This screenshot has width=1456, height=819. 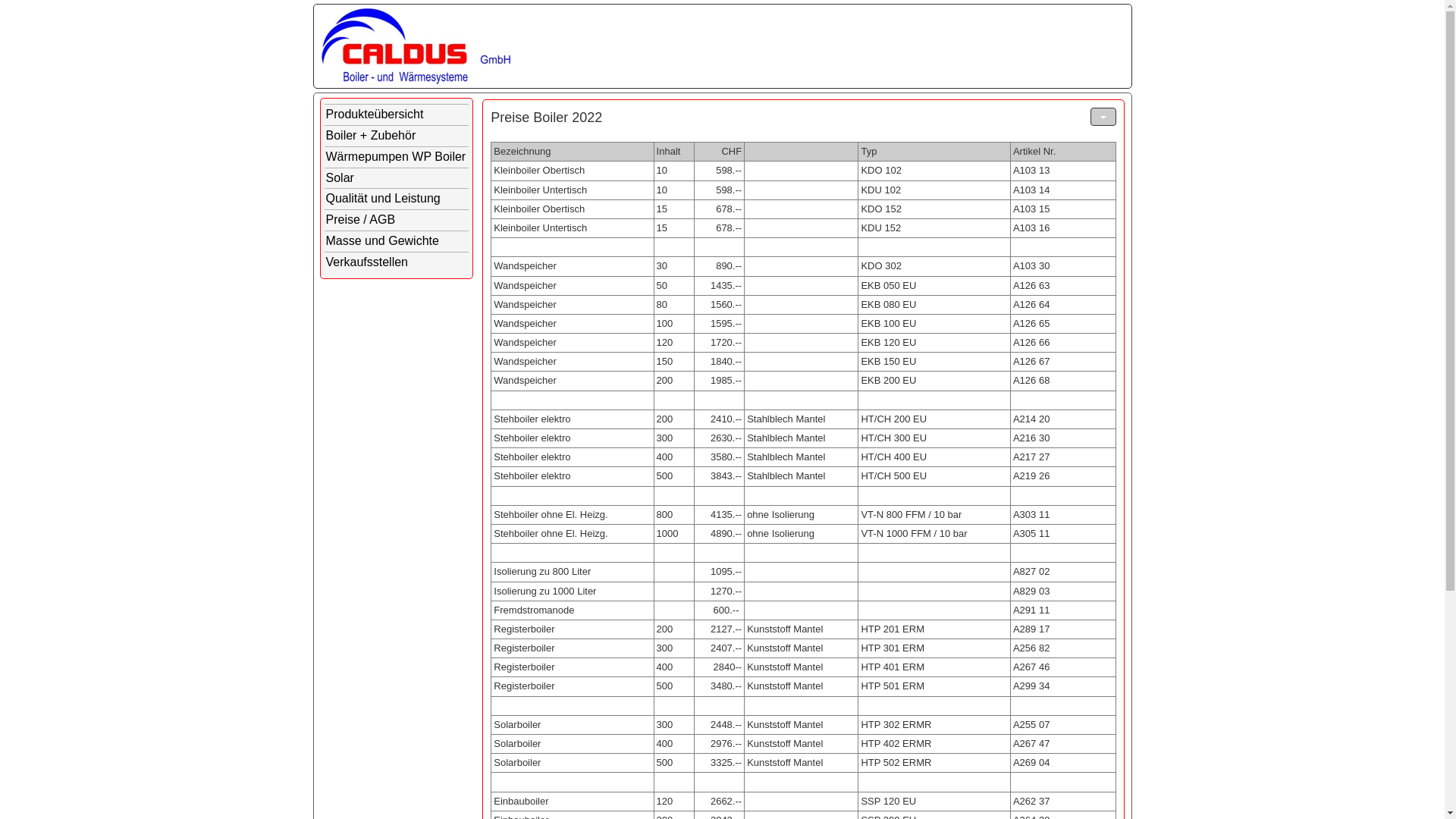 I want to click on 'Verkaufsstellen', so click(x=397, y=262).